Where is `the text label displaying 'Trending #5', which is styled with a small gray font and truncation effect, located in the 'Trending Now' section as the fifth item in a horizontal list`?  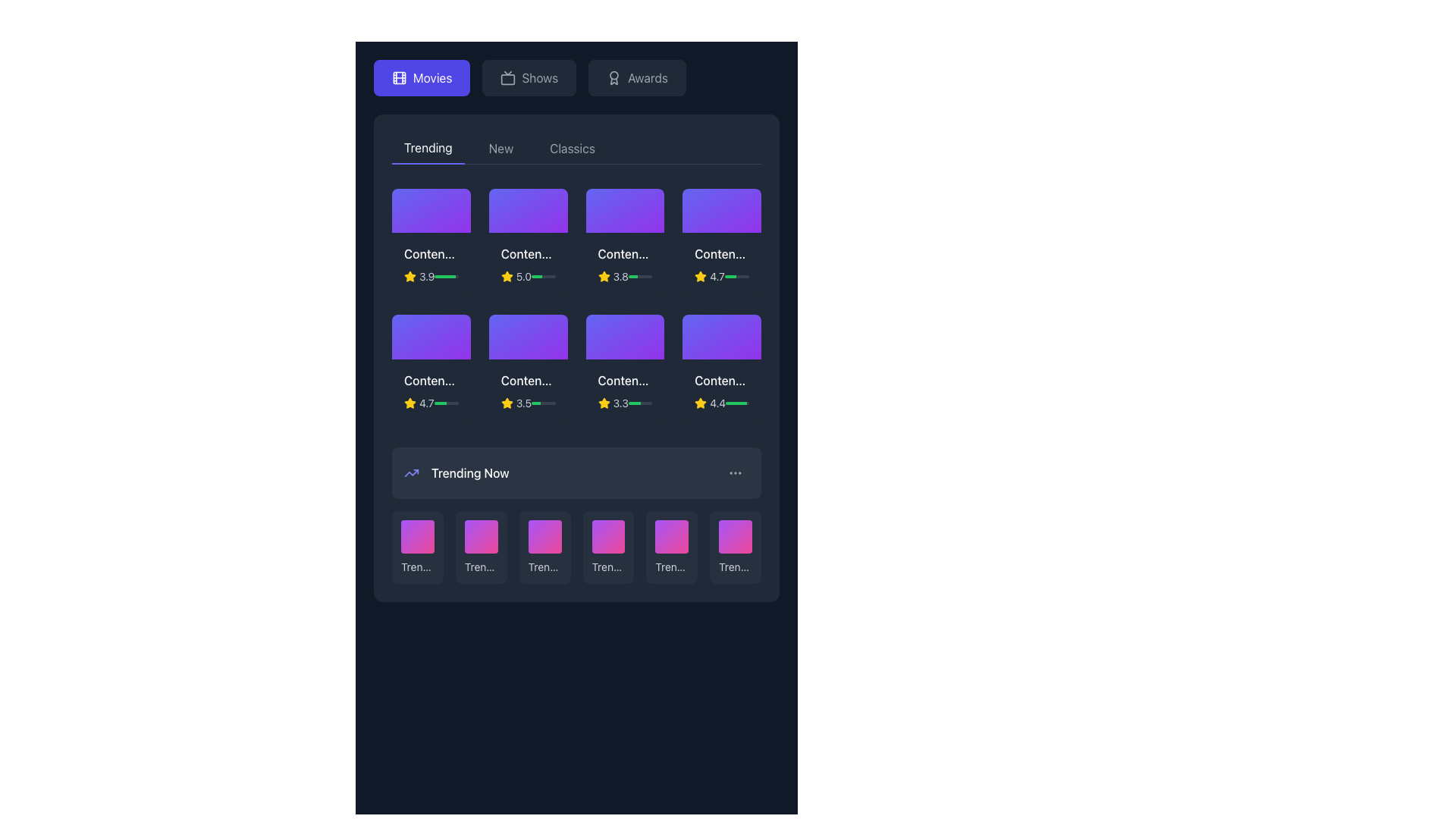 the text label displaying 'Trending #5', which is styled with a small gray font and truncation effect, located in the 'Trending Now' section as the fifth item in a horizontal list is located at coordinates (671, 566).